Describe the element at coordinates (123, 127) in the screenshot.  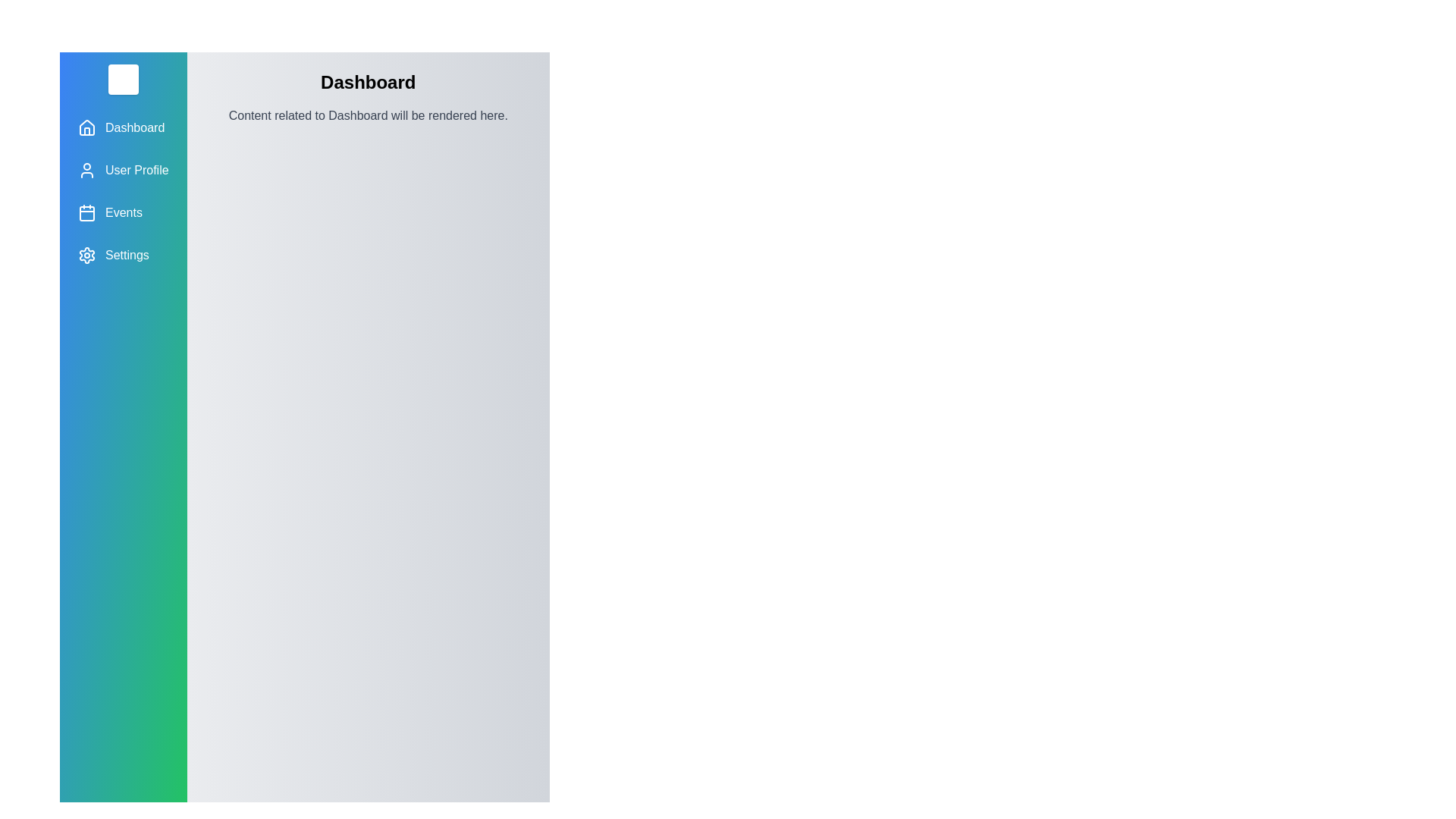
I see `the Dashboard tab from the sidebar` at that location.